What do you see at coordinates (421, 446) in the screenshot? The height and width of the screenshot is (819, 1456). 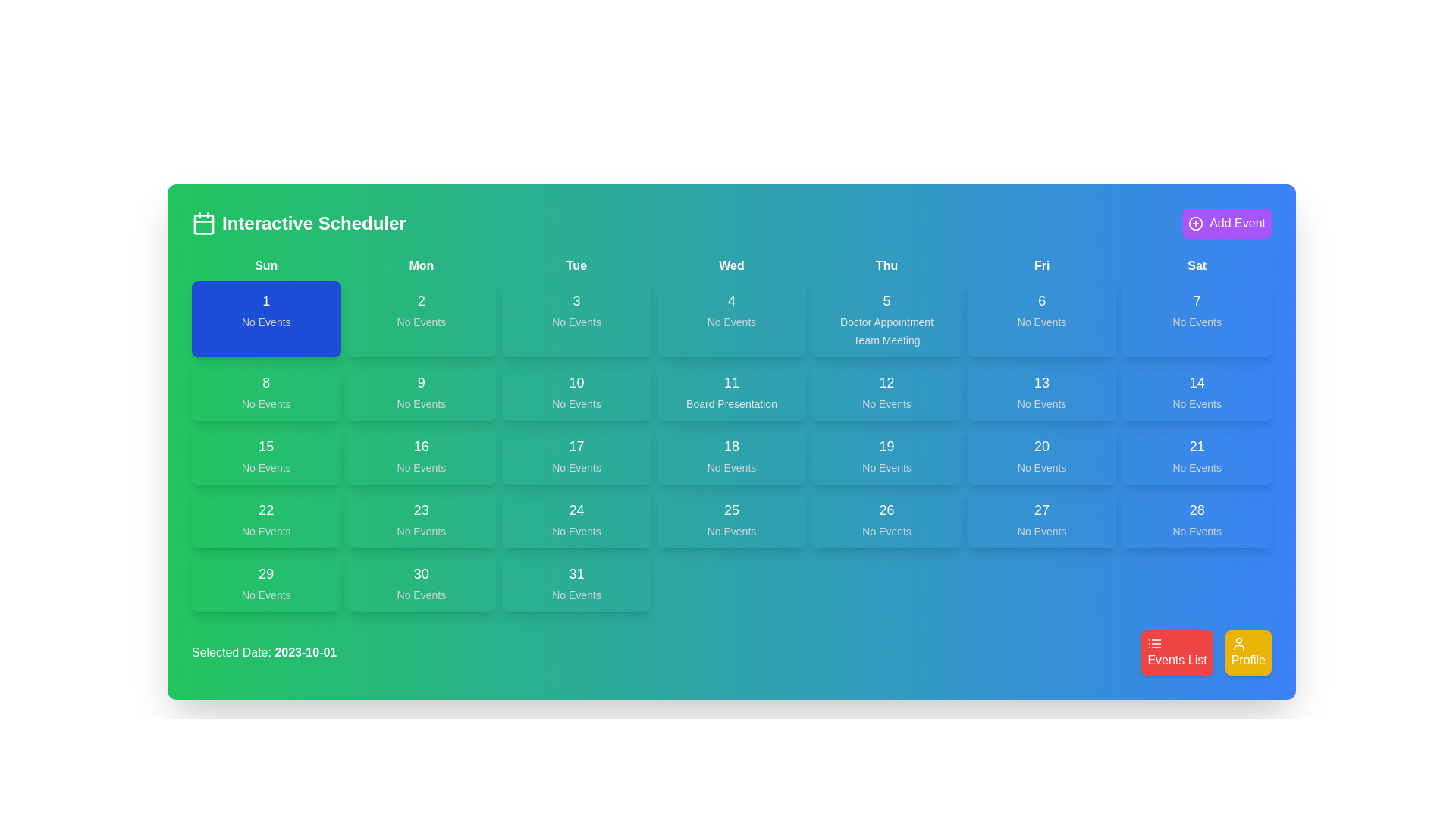 I see `the text displayed on the text label showing the number '16' in the interactive scheduler interface, which is styled with a central alignment and bold text against a green background` at bounding box center [421, 446].